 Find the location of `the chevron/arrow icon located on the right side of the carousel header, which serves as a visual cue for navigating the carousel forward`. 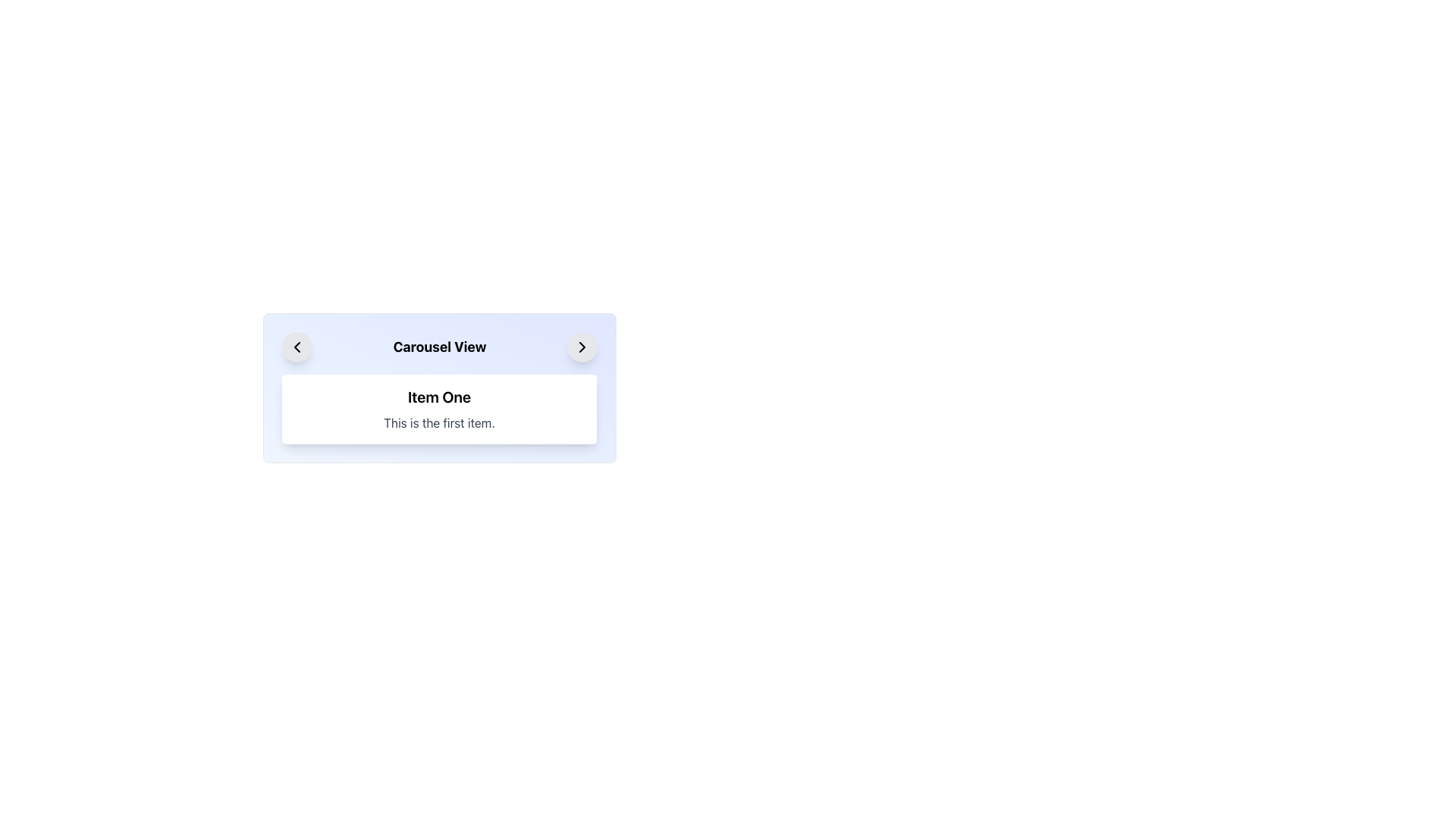

the chevron/arrow icon located on the right side of the carousel header, which serves as a visual cue for navigating the carousel forward is located at coordinates (582, 347).